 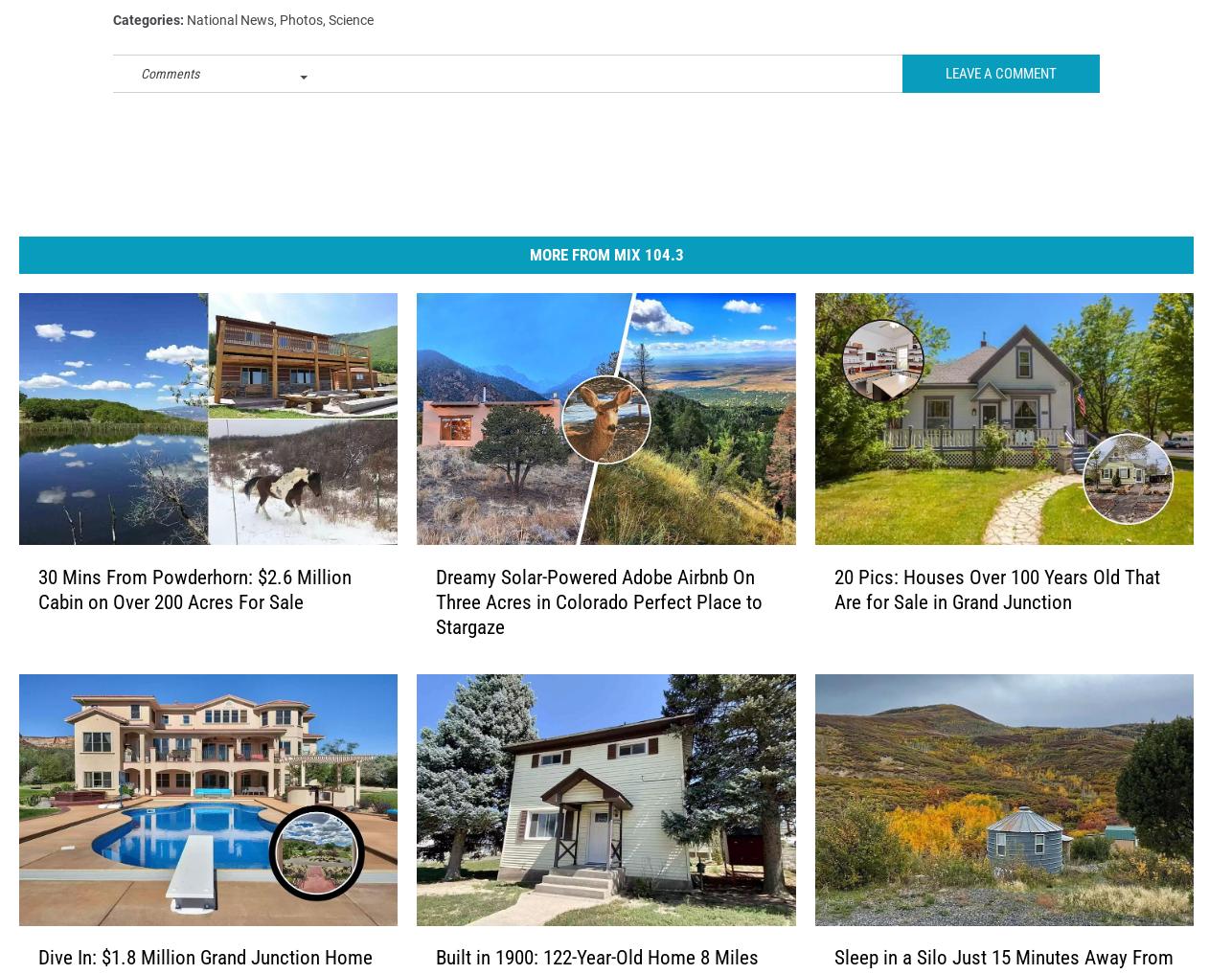 I want to click on 'Dreamy Solar-Powered Adobe Airbnb On Three Acres in Colorado Perfect Place to Stargaze', so click(x=598, y=632).